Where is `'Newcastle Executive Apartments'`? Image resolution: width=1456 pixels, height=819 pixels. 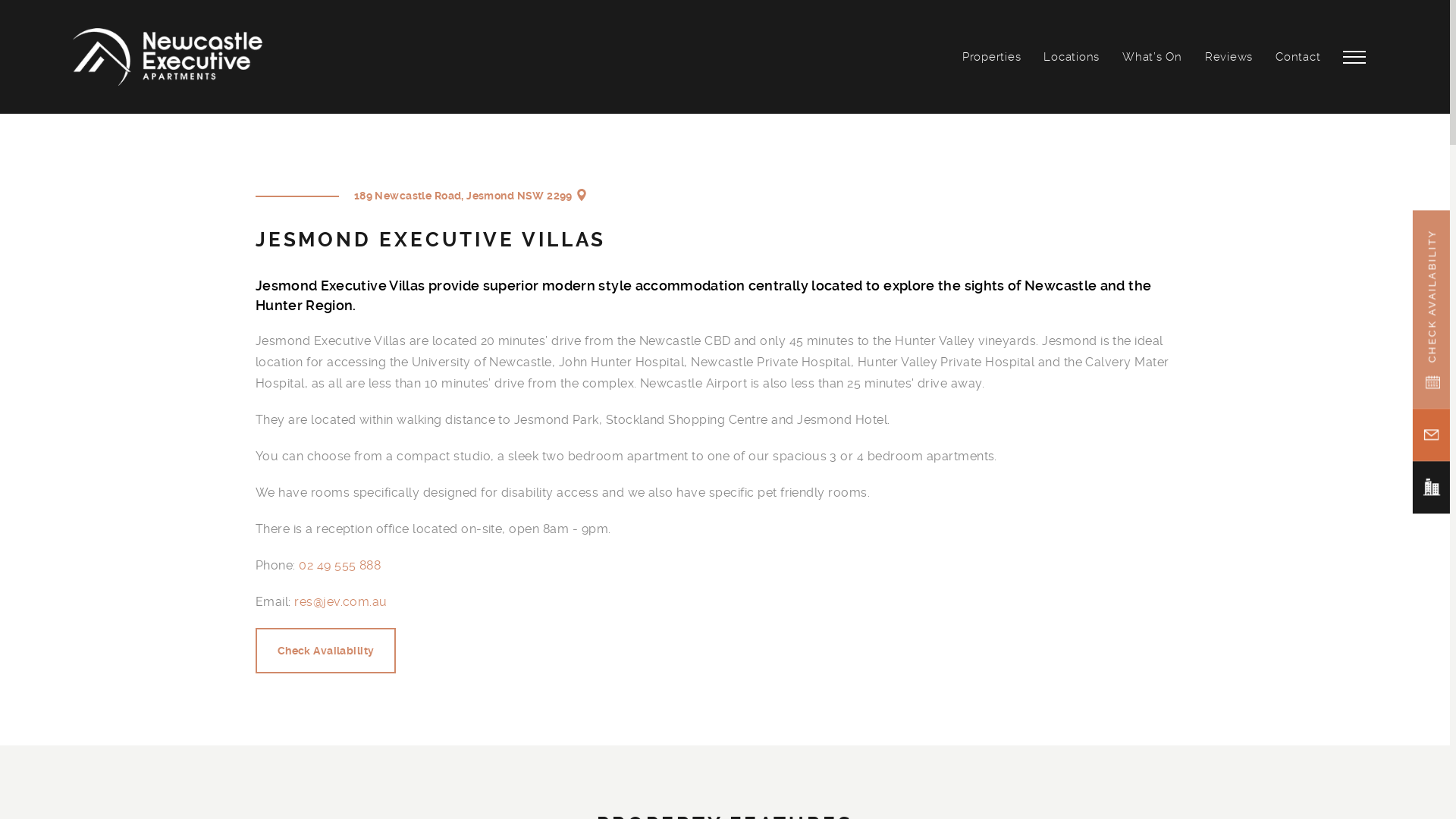 'Newcastle Executive Apartments' is located at coordinates (167, 56).